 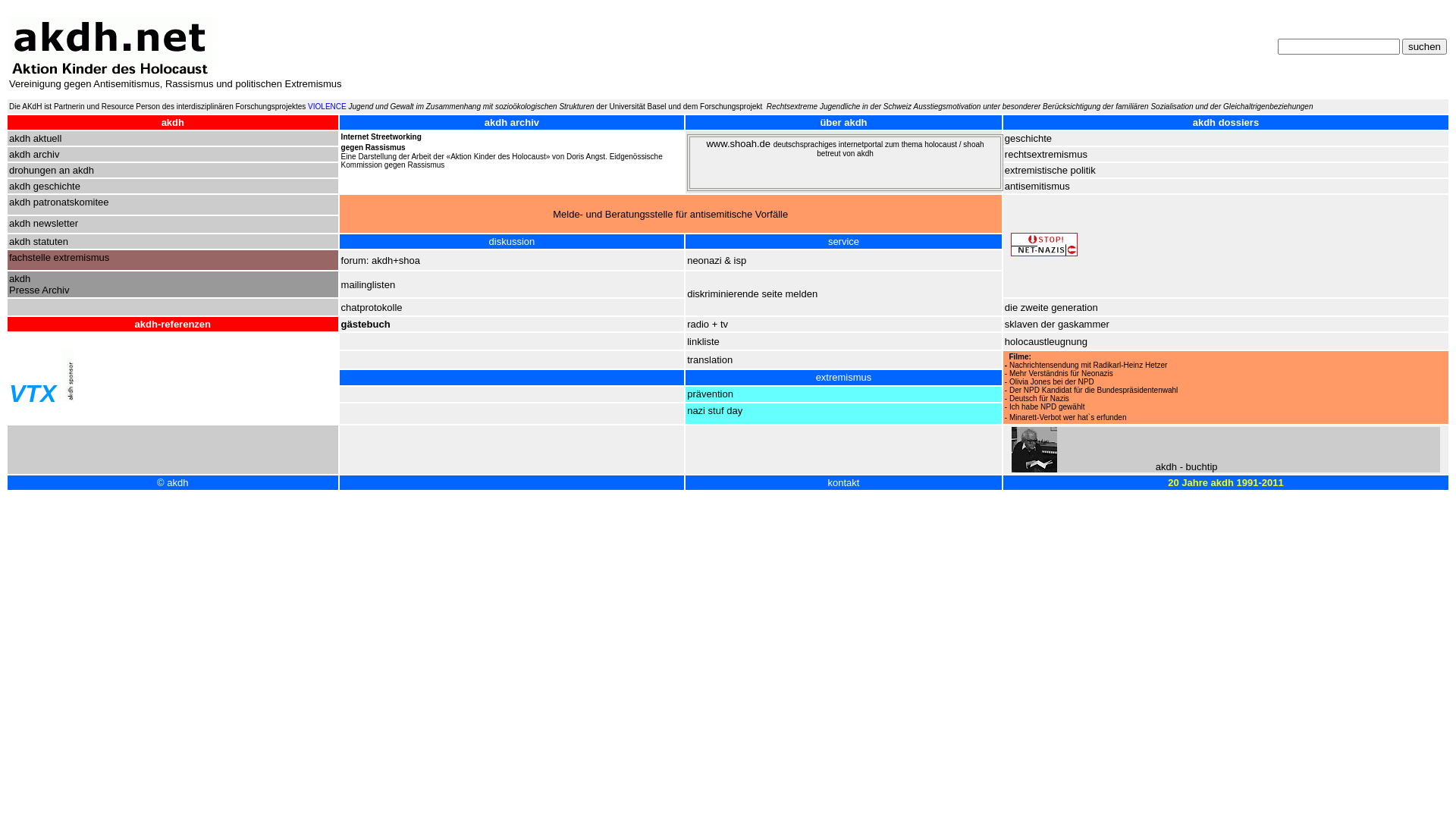 I want to click on 'seite melden', so click(x=789, y=293).